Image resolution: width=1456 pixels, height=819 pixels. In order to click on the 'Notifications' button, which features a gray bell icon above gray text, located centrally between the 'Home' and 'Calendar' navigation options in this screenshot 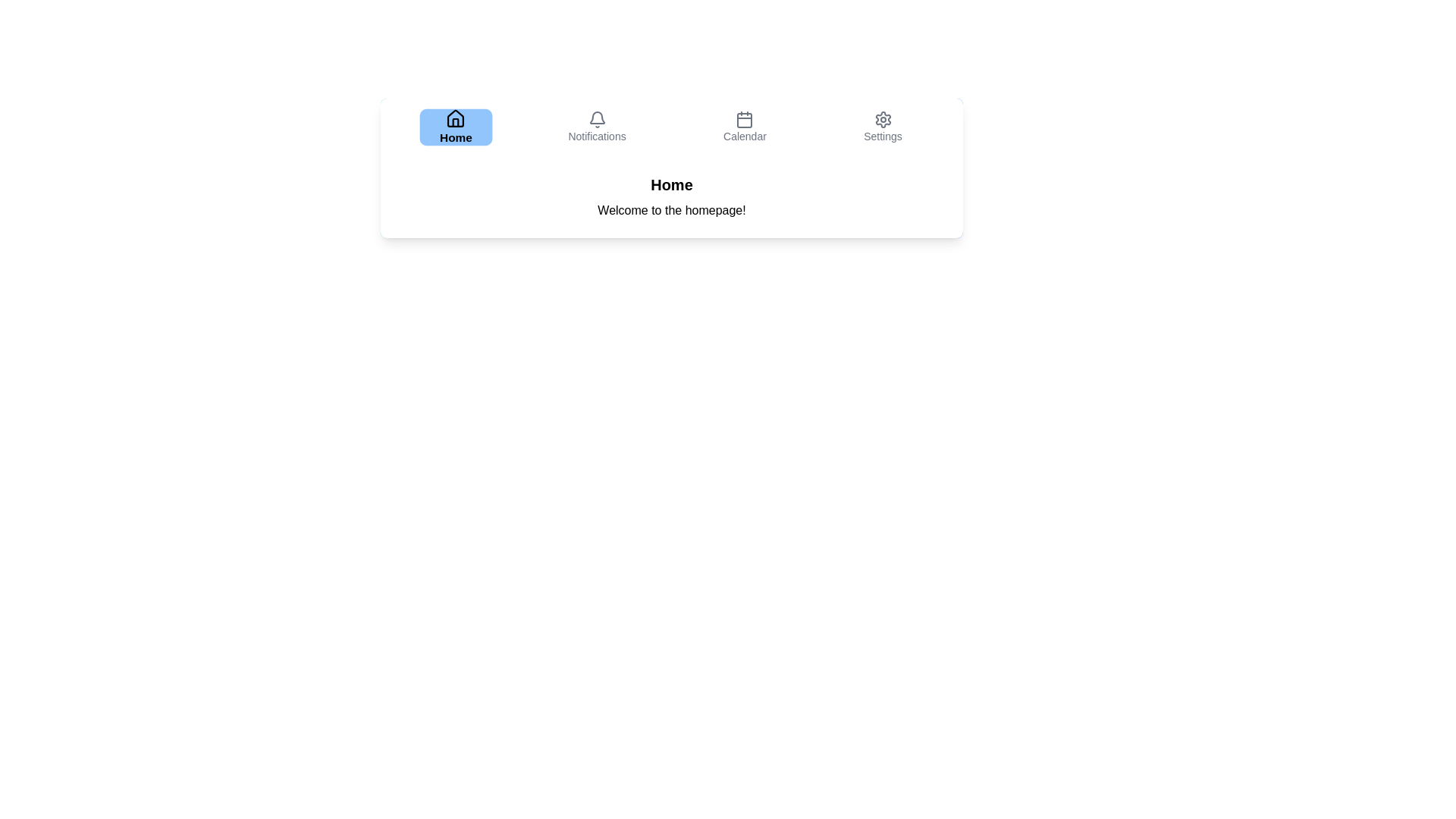, I will do `click(596, 127)`.